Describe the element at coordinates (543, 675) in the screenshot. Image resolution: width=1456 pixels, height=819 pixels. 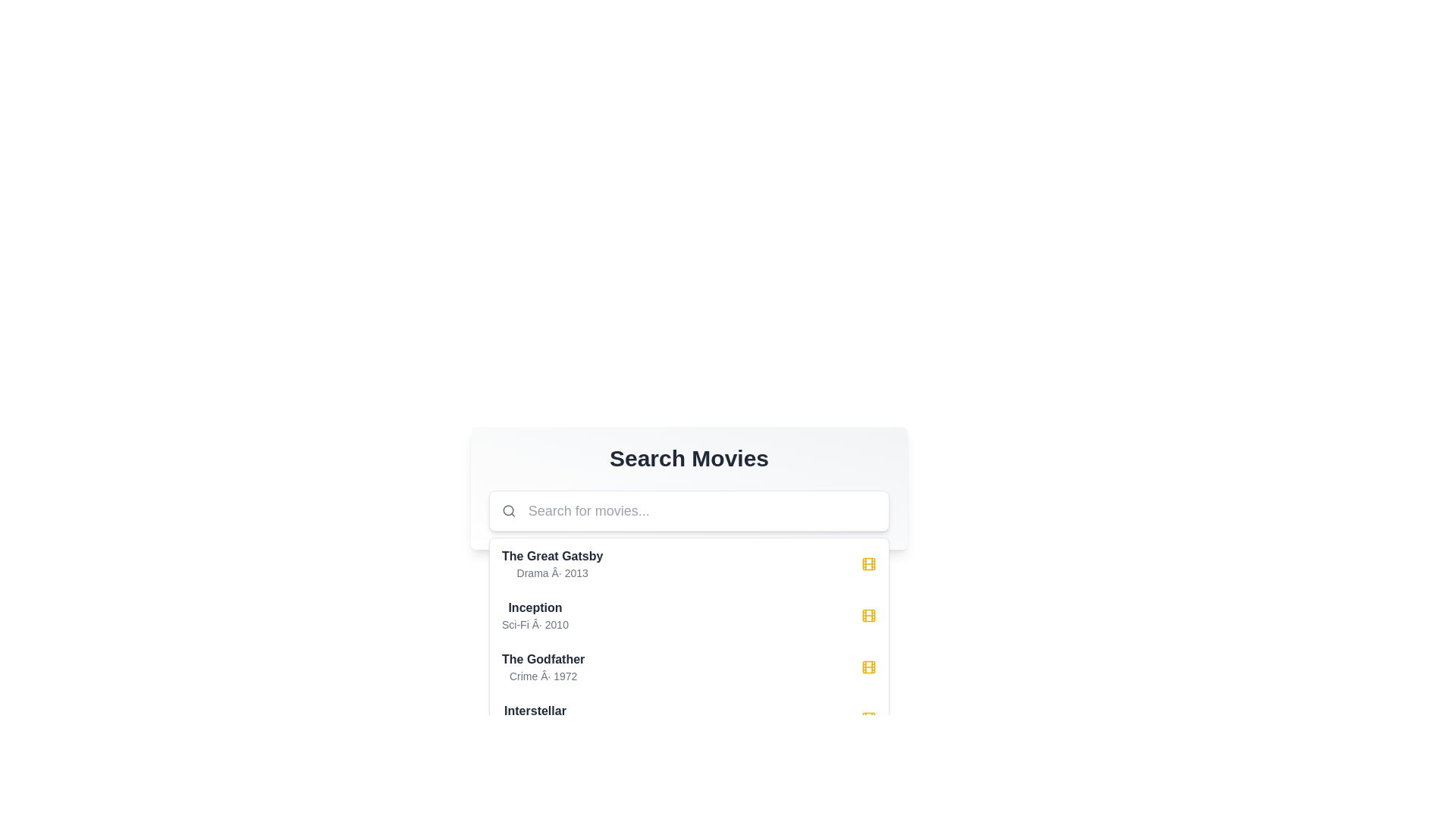
I see `informational Text label that provides details about the genre and release year of the movie 'The Godfather' for further metadata` at that location.